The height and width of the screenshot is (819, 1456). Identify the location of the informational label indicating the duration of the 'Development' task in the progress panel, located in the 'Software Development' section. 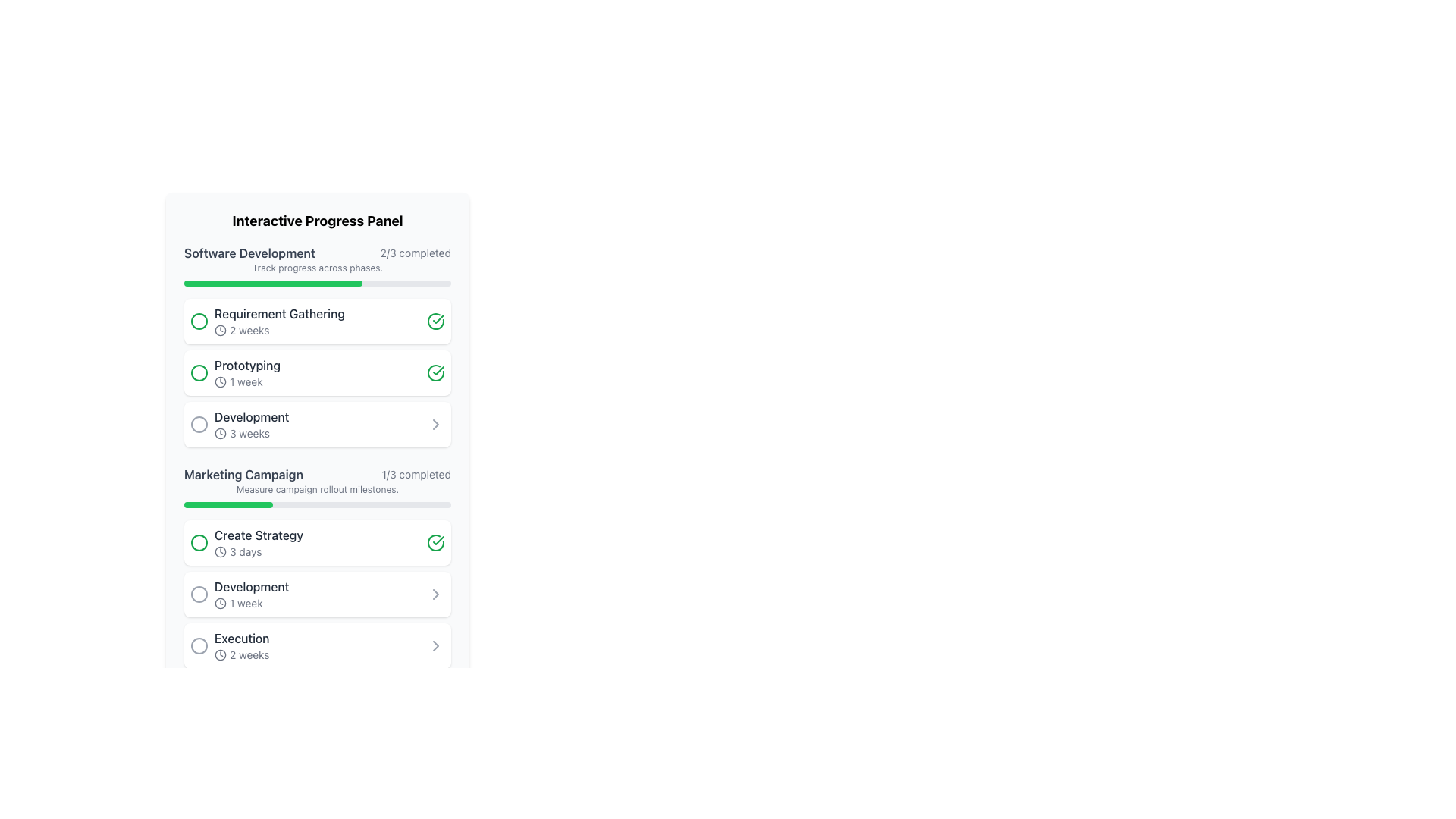
(252, 433).